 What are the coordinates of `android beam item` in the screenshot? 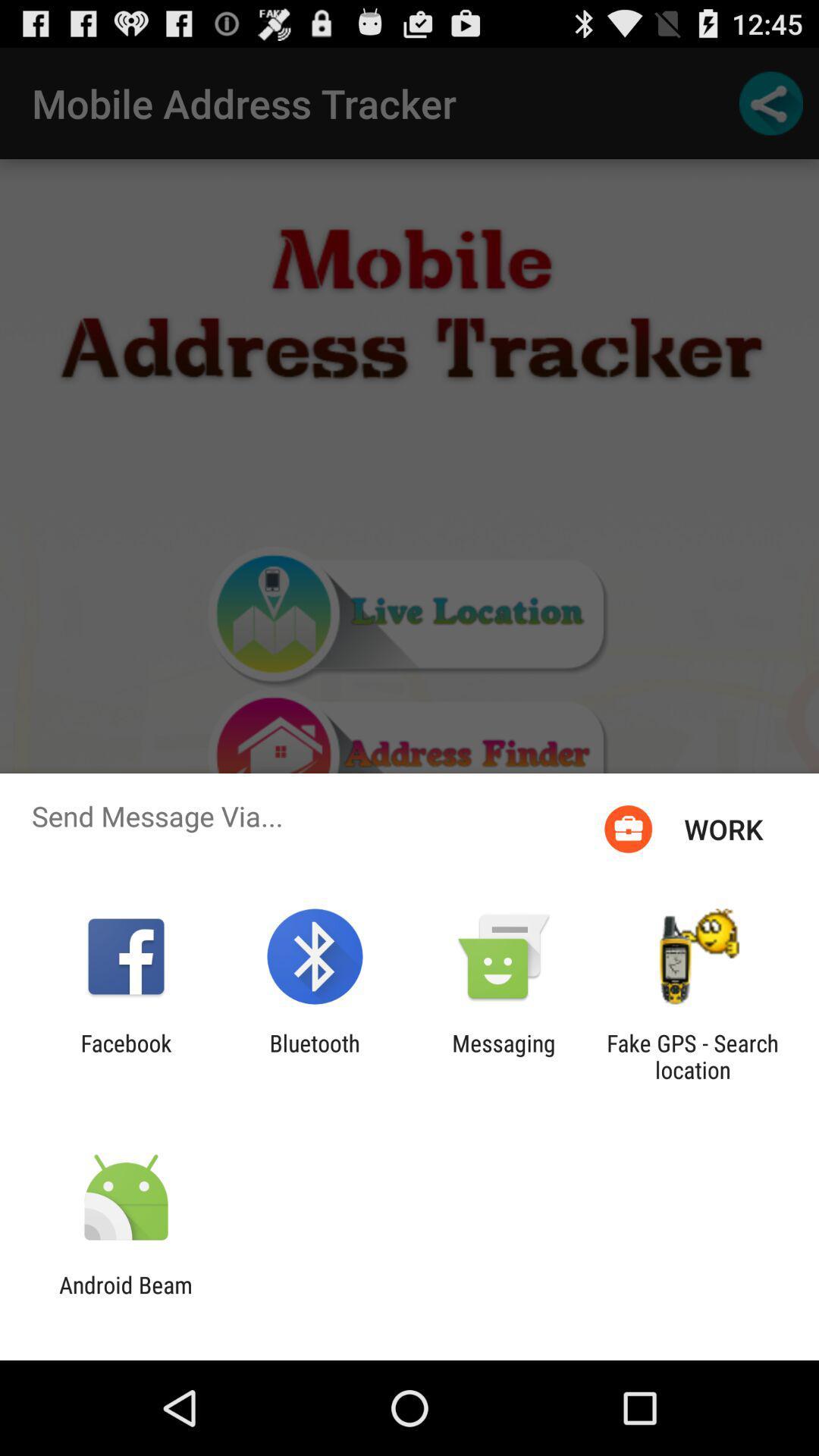 It's located at (125, 1298).